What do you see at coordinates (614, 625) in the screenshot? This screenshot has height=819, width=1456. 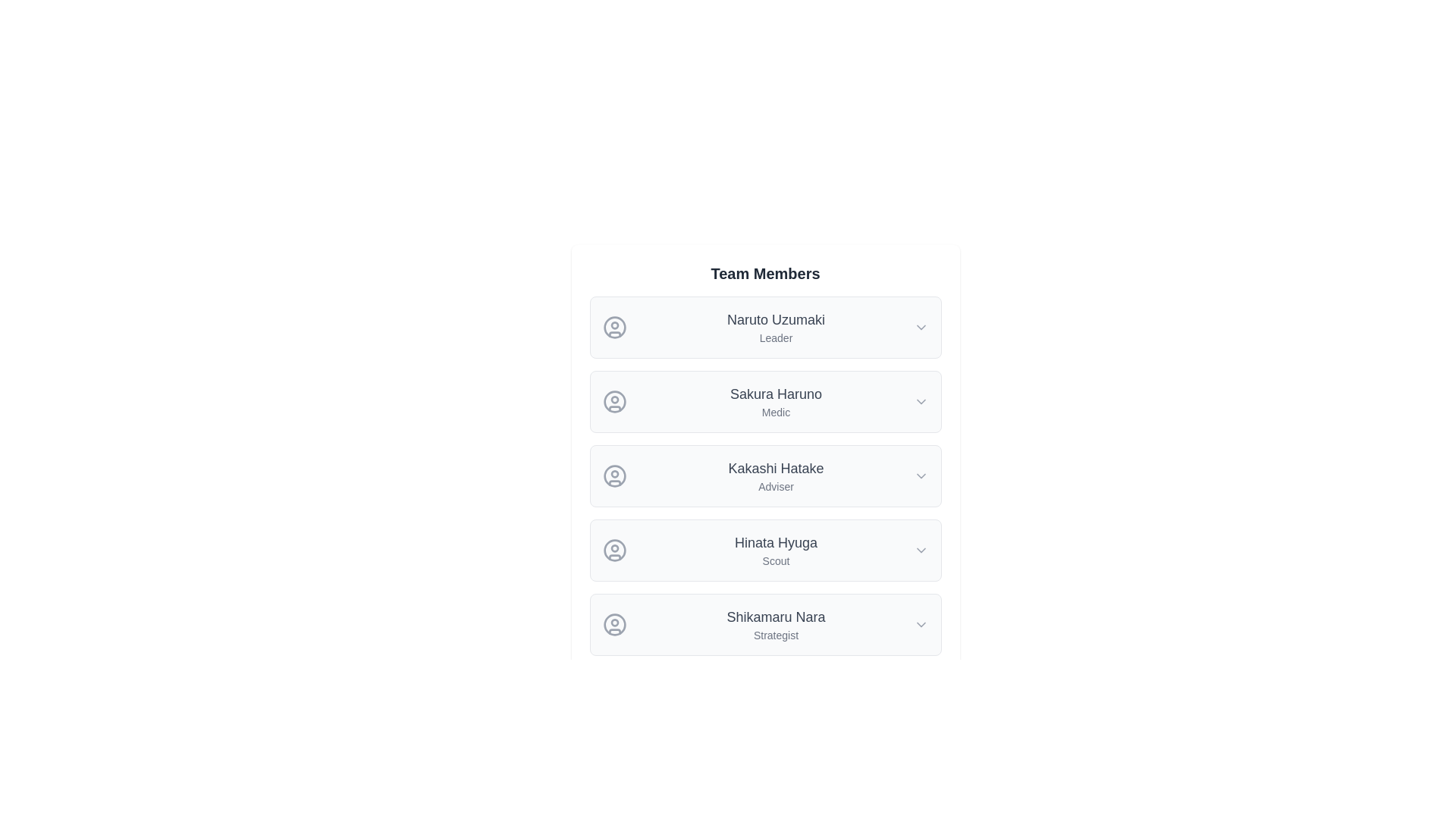 I see `the decorative SVG circle that forms the outermost boundary of Shikamaru Nara's user profile icon in the Team Members section` at bounding box center [614, 625].